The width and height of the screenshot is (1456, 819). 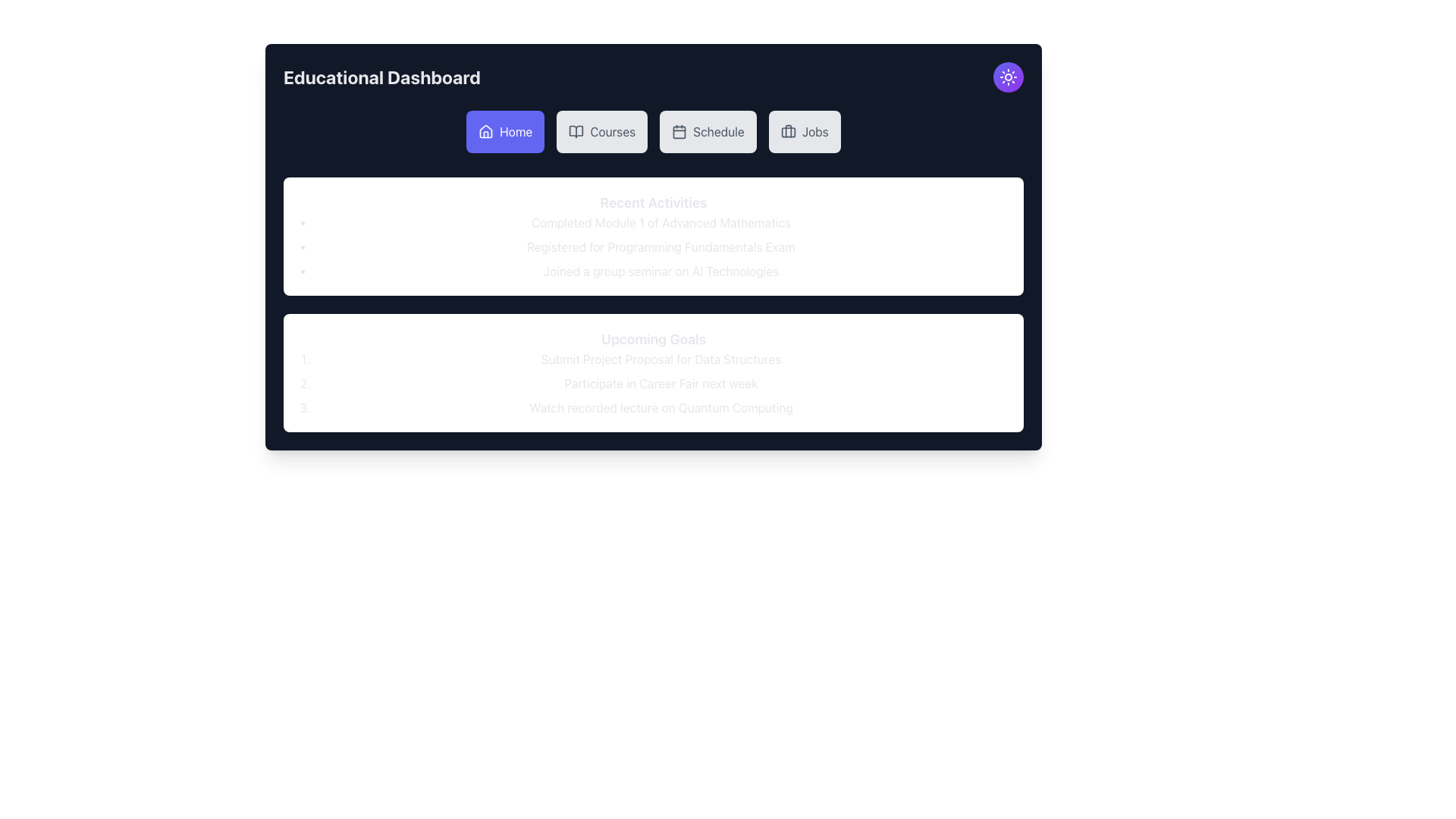 I want to click on the decorative SVG rectangle shape that is part of the briefcase icon representing the 'Jobs' button in the navigation bar, so click(x=788, y=131).